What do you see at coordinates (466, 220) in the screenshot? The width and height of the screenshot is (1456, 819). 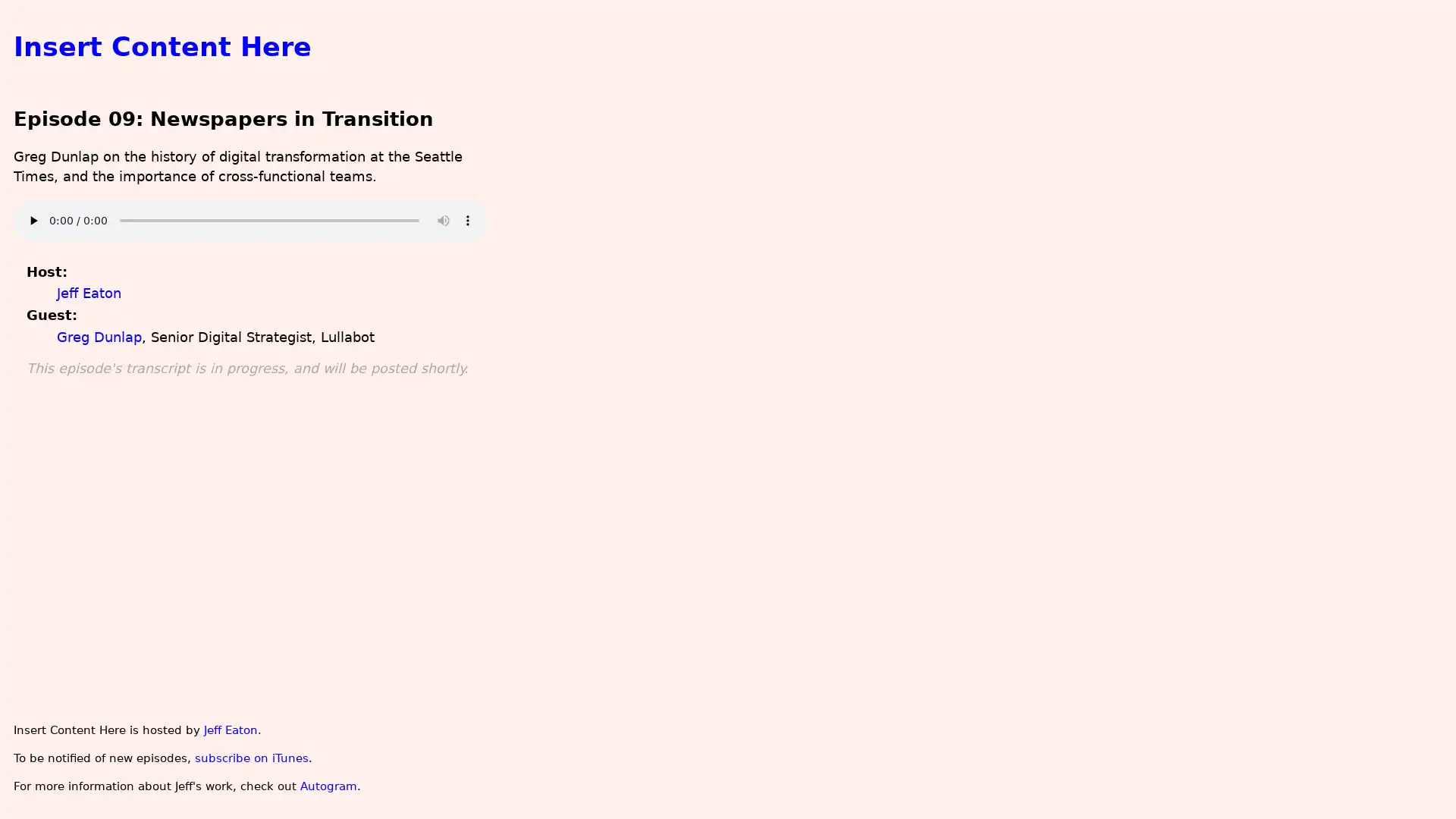 I see `show more media controls` at bounding box center [466, 220].